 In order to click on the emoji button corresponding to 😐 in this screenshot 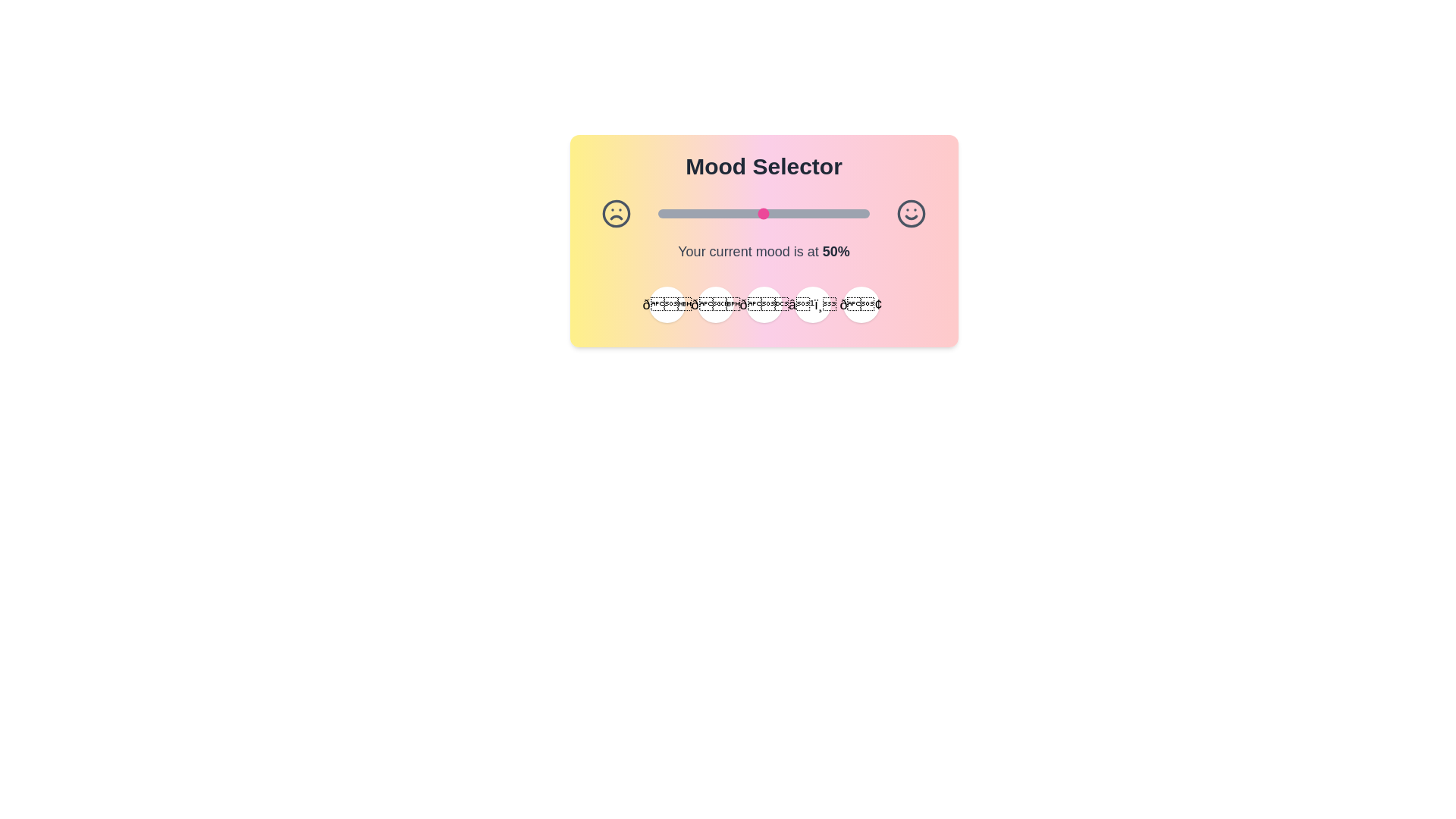, I will do `click(764, 304)`.